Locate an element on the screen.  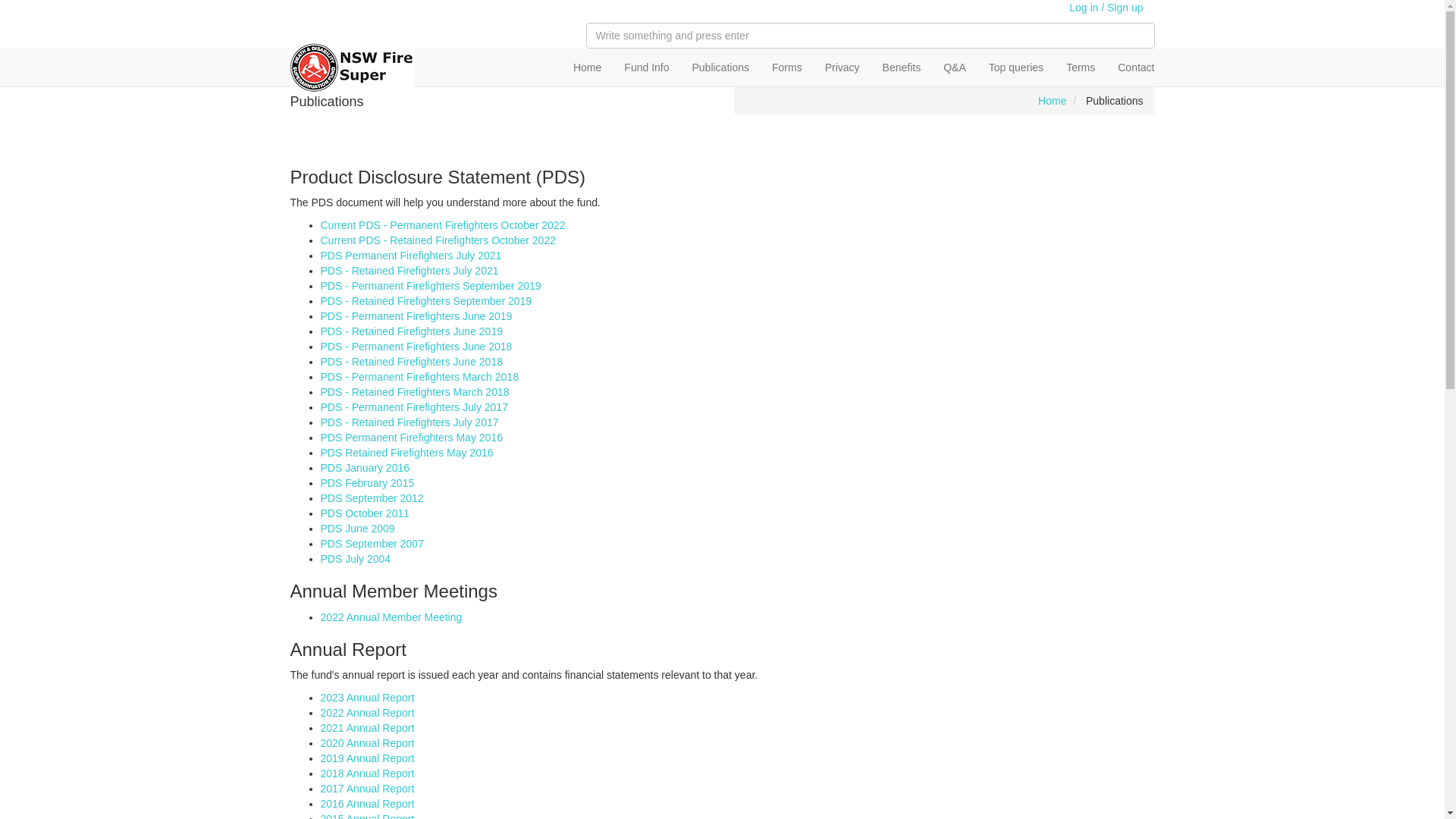
'PDS - Retained Firefighters September 2019' is located at coordinates (425, 301).